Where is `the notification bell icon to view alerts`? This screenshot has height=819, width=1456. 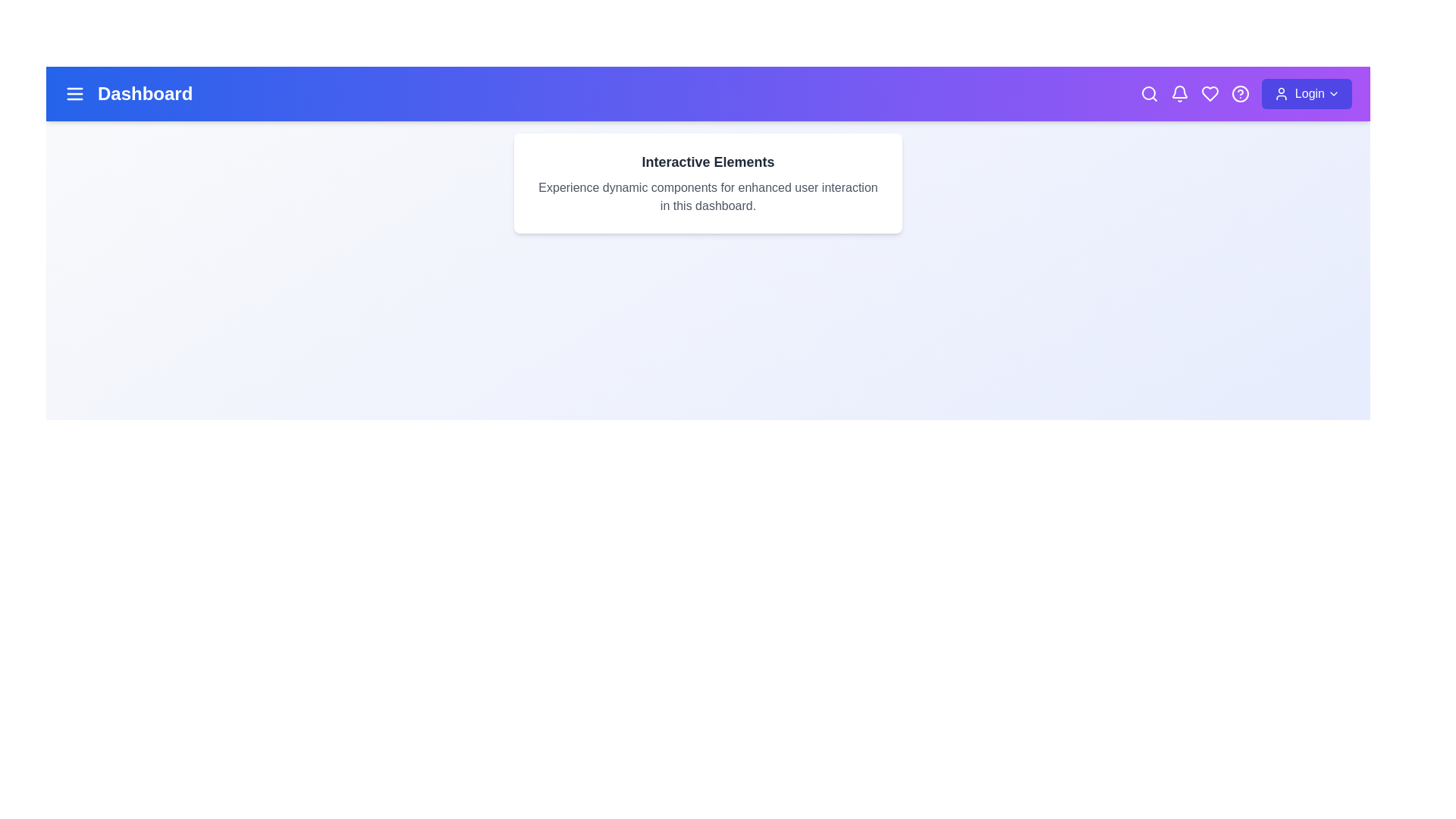 the notification bell icon to view alerts is located at coordinates (1178, 93).